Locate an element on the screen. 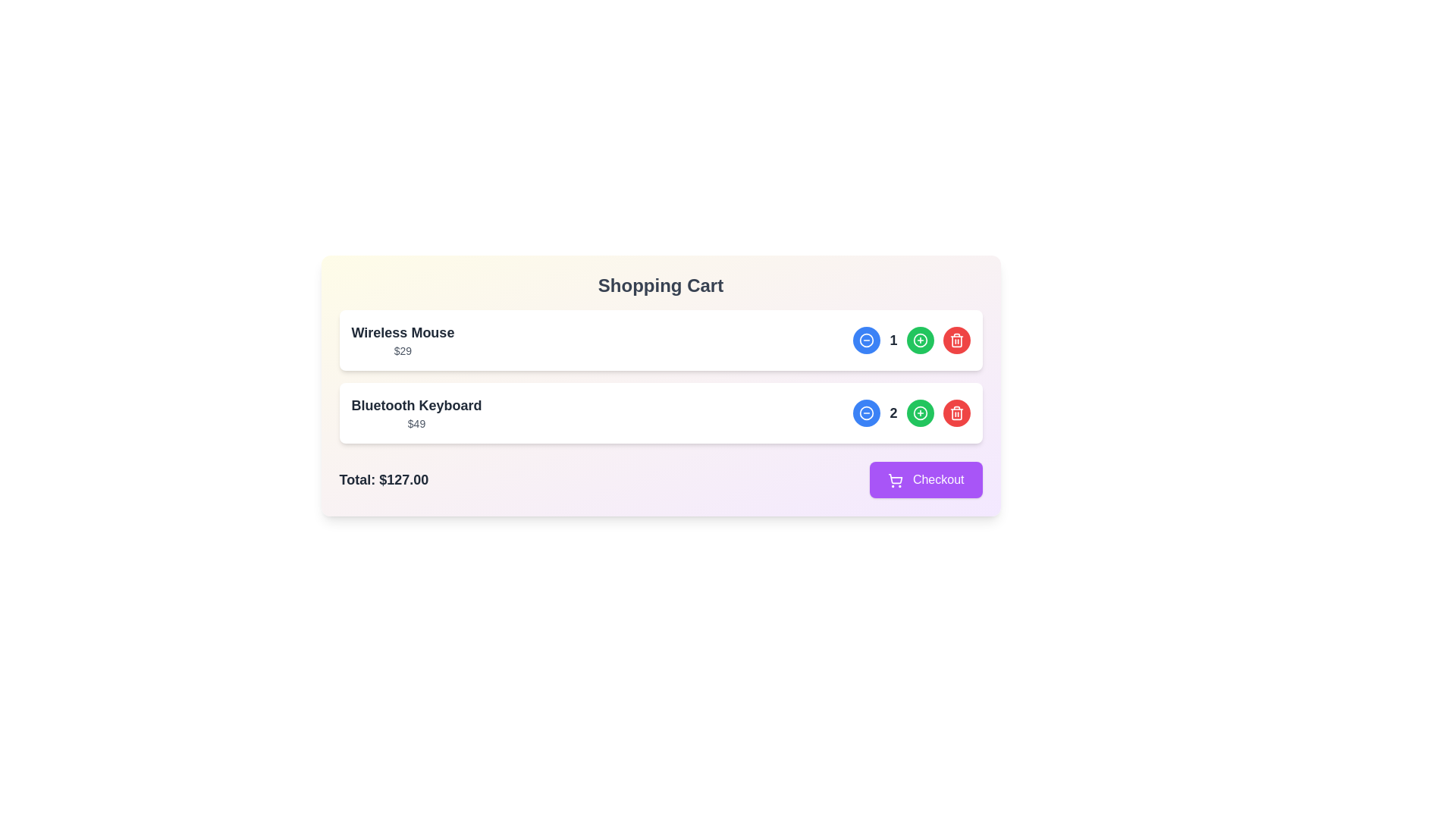 This screenshot has height=819, width=1456. the second green circular button to the right of the item quantity (number 2) for the 'Bluetooth Keyboard' product in the shopping cart interface to increase the quantity is located at coordinates (919, 413).